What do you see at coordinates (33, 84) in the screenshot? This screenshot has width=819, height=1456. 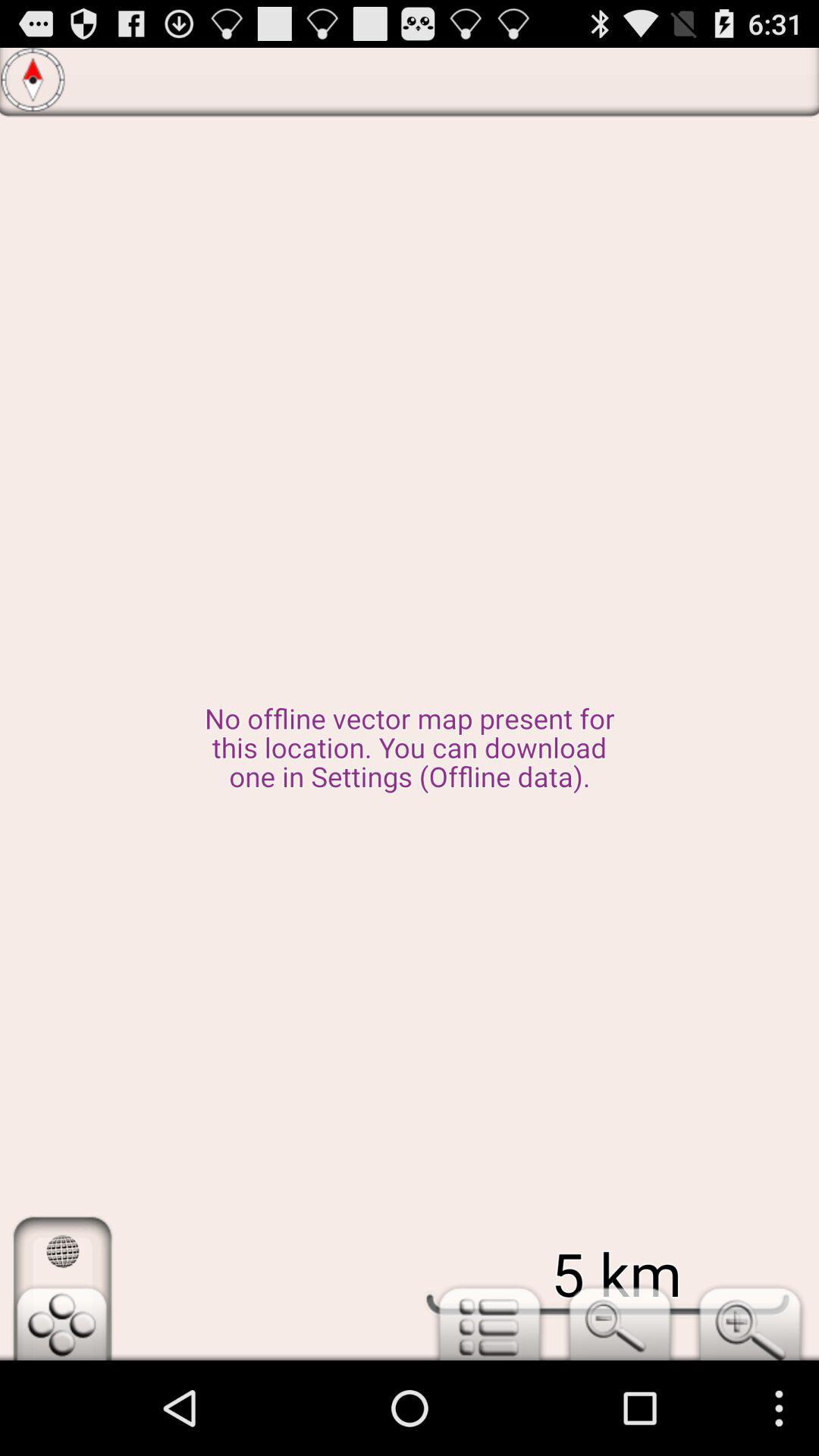 I see `the explore icon` at bounding box center [33, 84].